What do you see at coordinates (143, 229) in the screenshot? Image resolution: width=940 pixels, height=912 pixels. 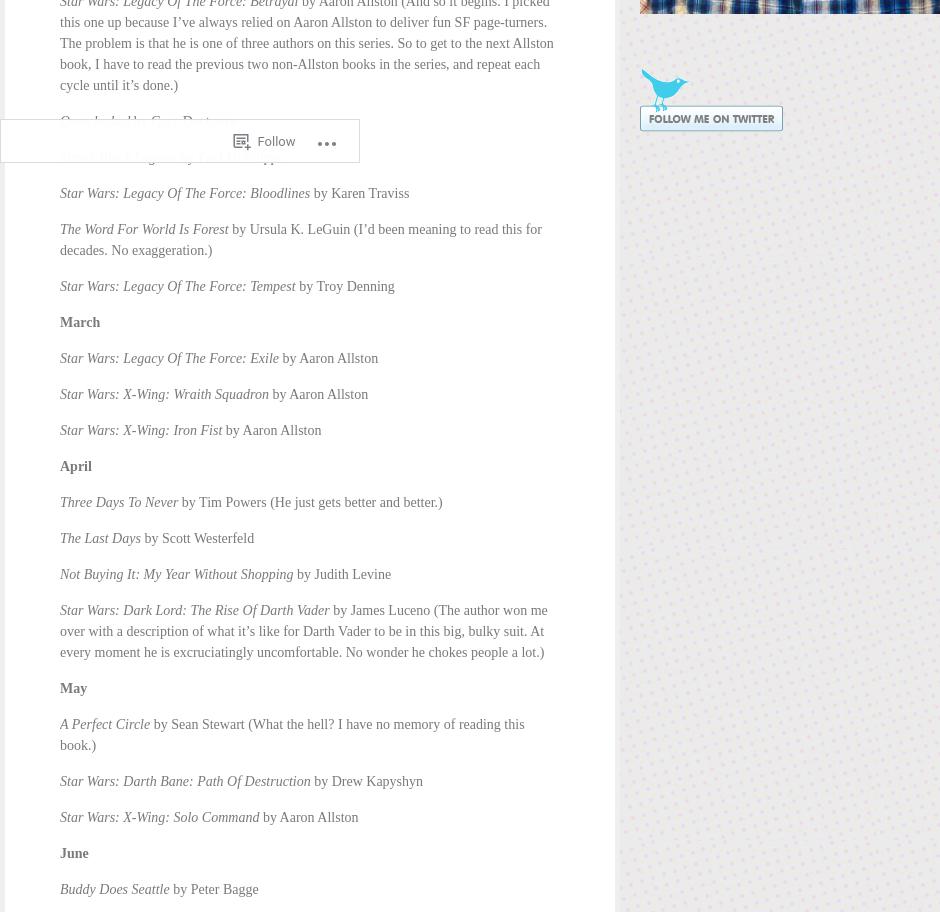 I see `'The Word For World Is Forest'` at bounding box center [143, 229].